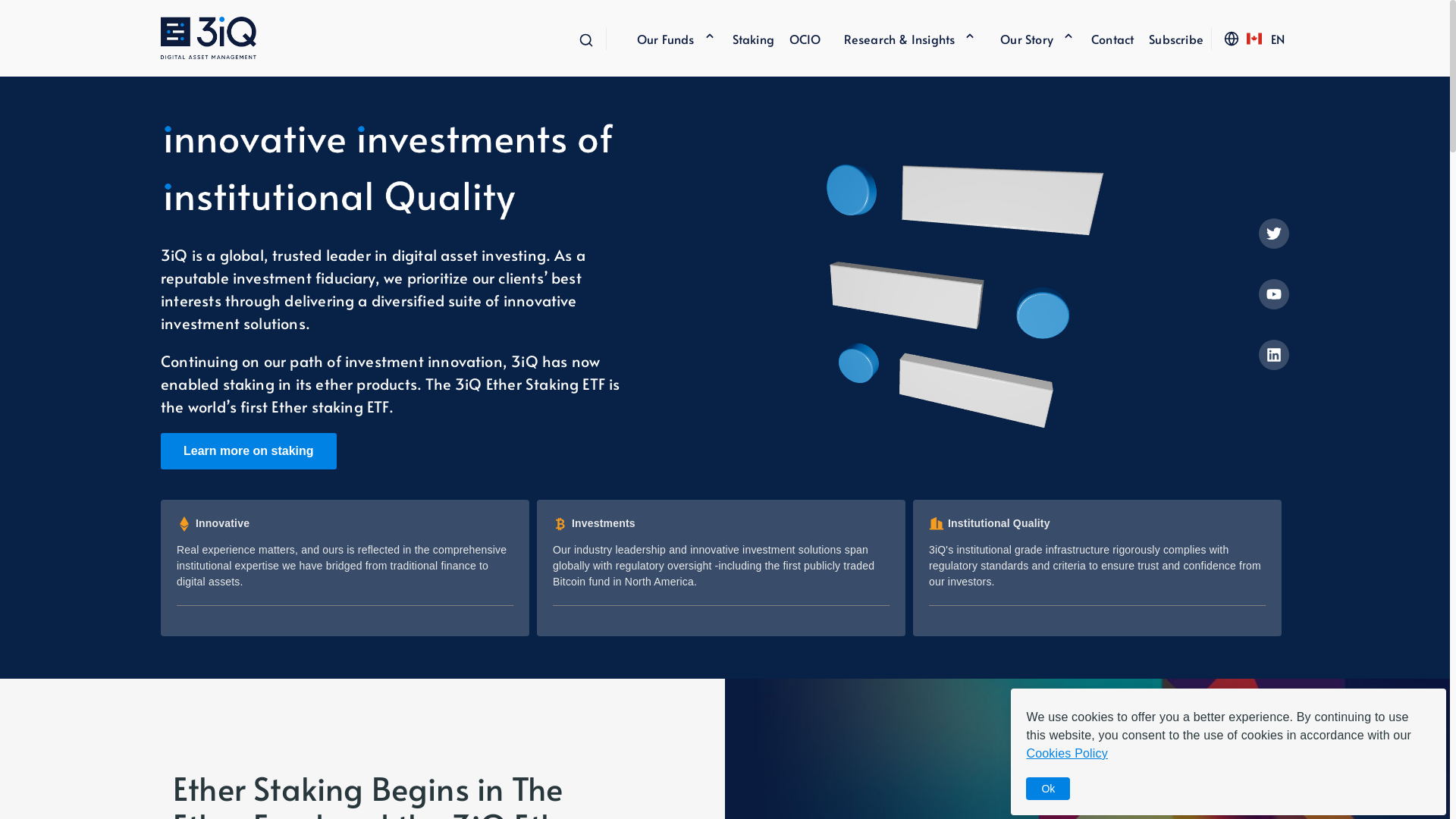  What do you see at coordinates (745, 37) in the screenshot?
I see `'Staking'` at bounding box center [745, 37].